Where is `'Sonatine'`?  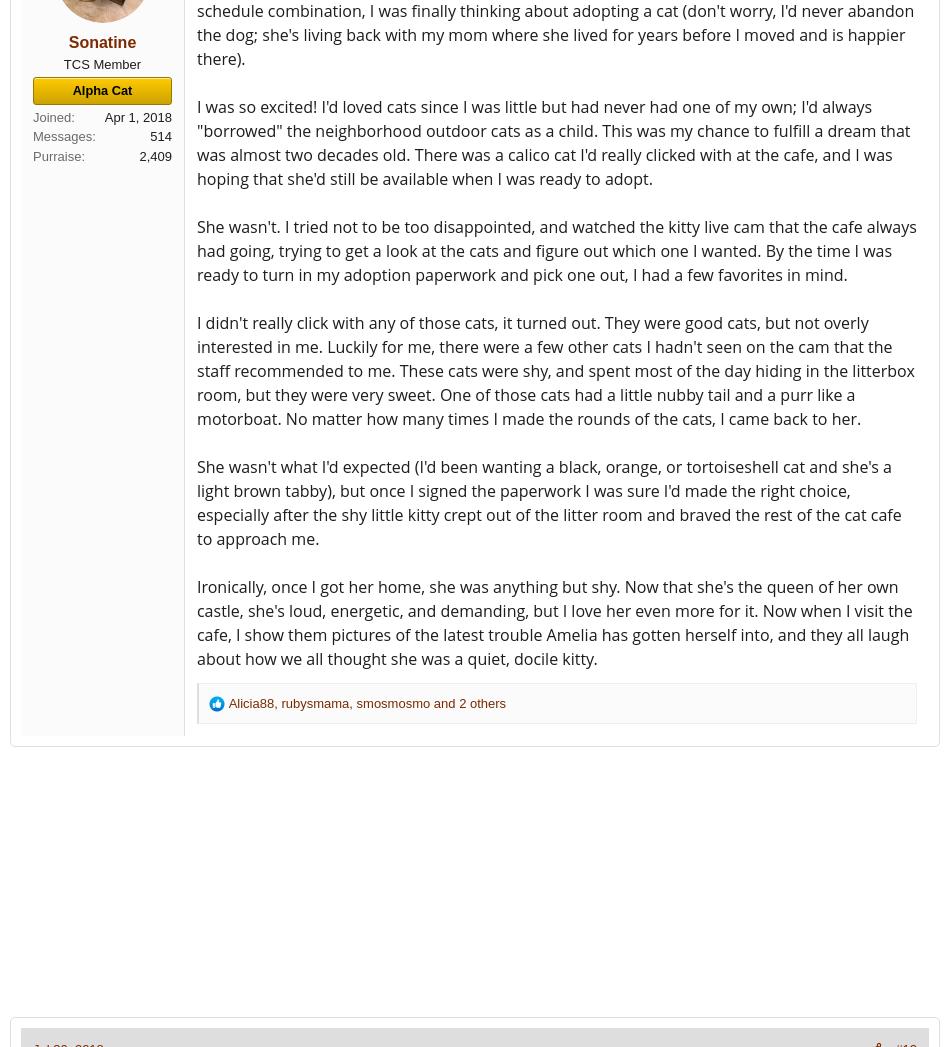
'Sonatine' is located at coordinates (102, 40).